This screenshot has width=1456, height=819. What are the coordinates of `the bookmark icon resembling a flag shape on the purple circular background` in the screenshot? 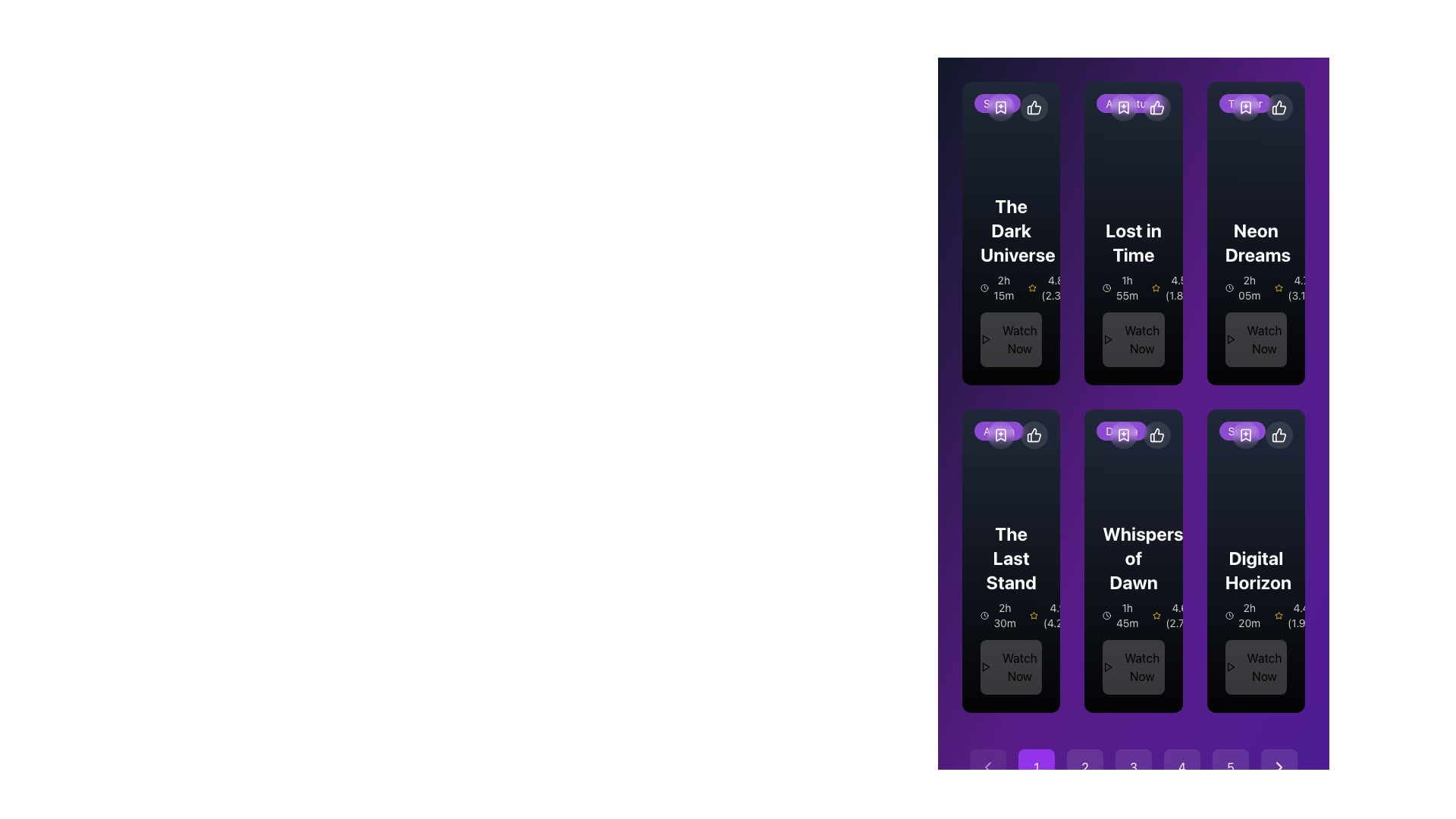 It's located at (1123, 435).